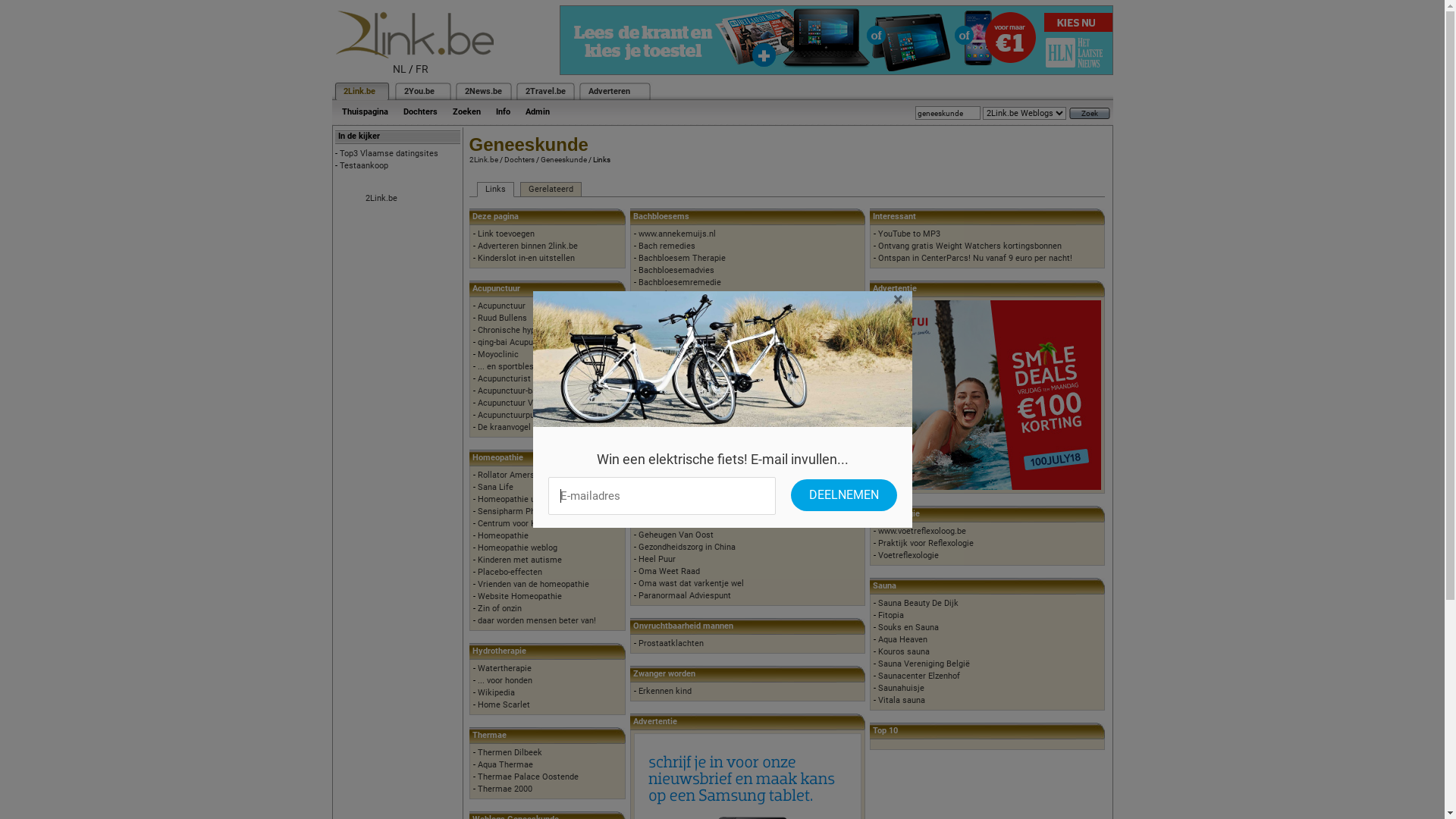 Image resolution: width=1456 pixels, height=819 pixels. What do you see at coordinates (517, 548) in the screenshot?
I see `'Homeopathie weblog'` at bounding box center [517, 548].